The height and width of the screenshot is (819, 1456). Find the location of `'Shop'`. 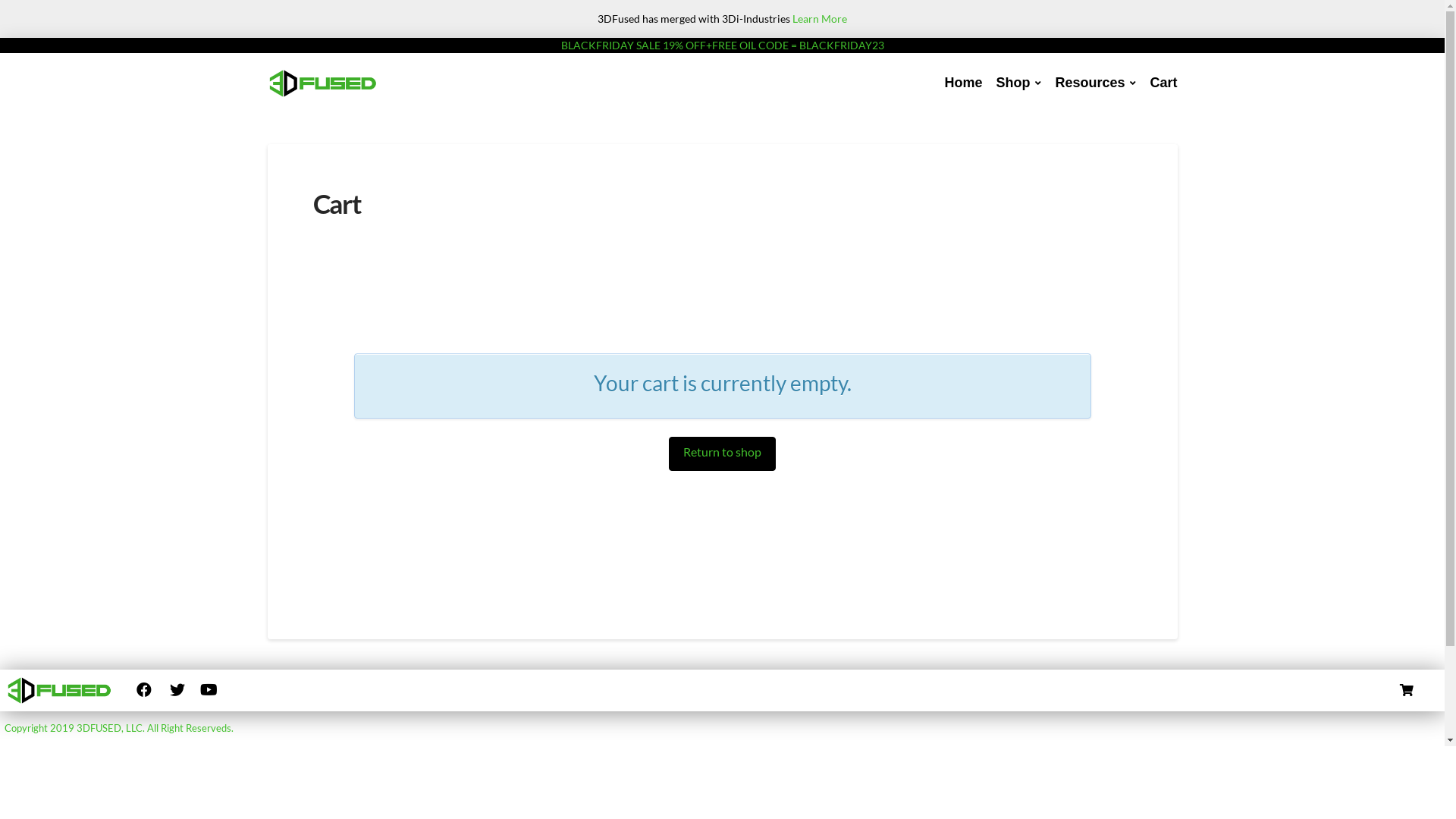

'Shop' is located at coordinates (989, 83).